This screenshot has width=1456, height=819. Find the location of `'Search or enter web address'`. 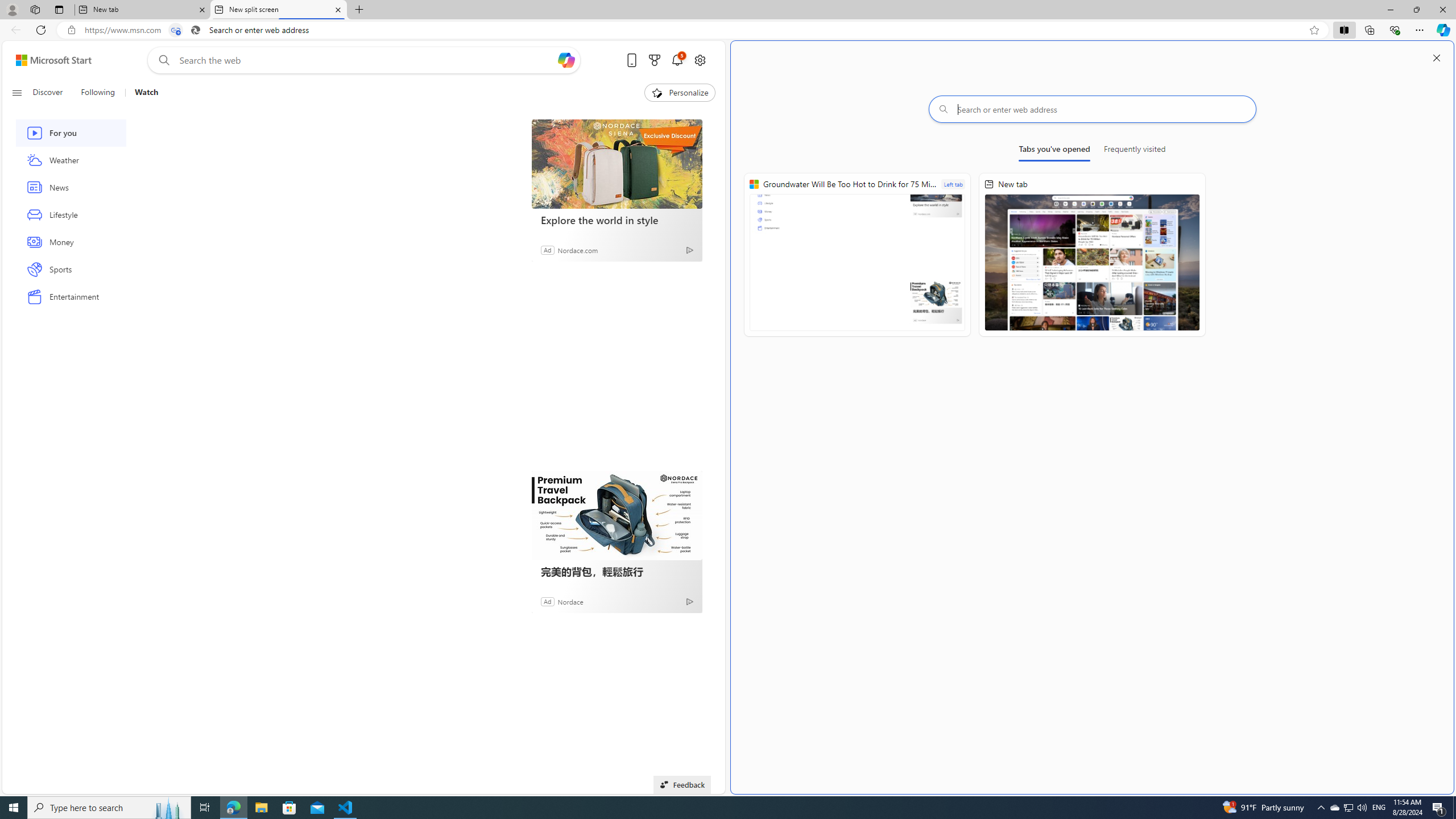

'Search or enter web address' is located at coordinates (1092, 109).